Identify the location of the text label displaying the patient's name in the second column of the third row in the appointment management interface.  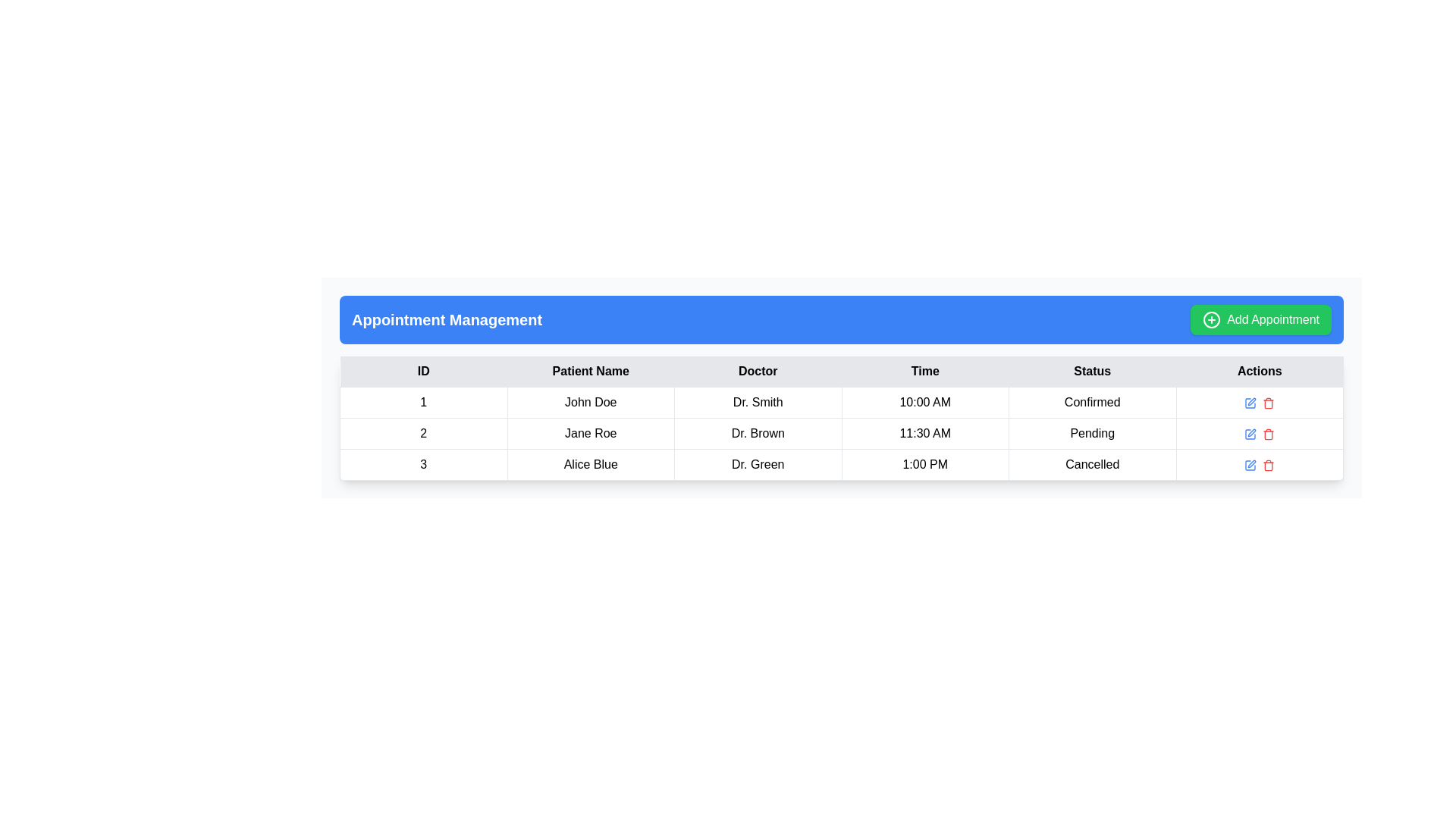
(590, 464).